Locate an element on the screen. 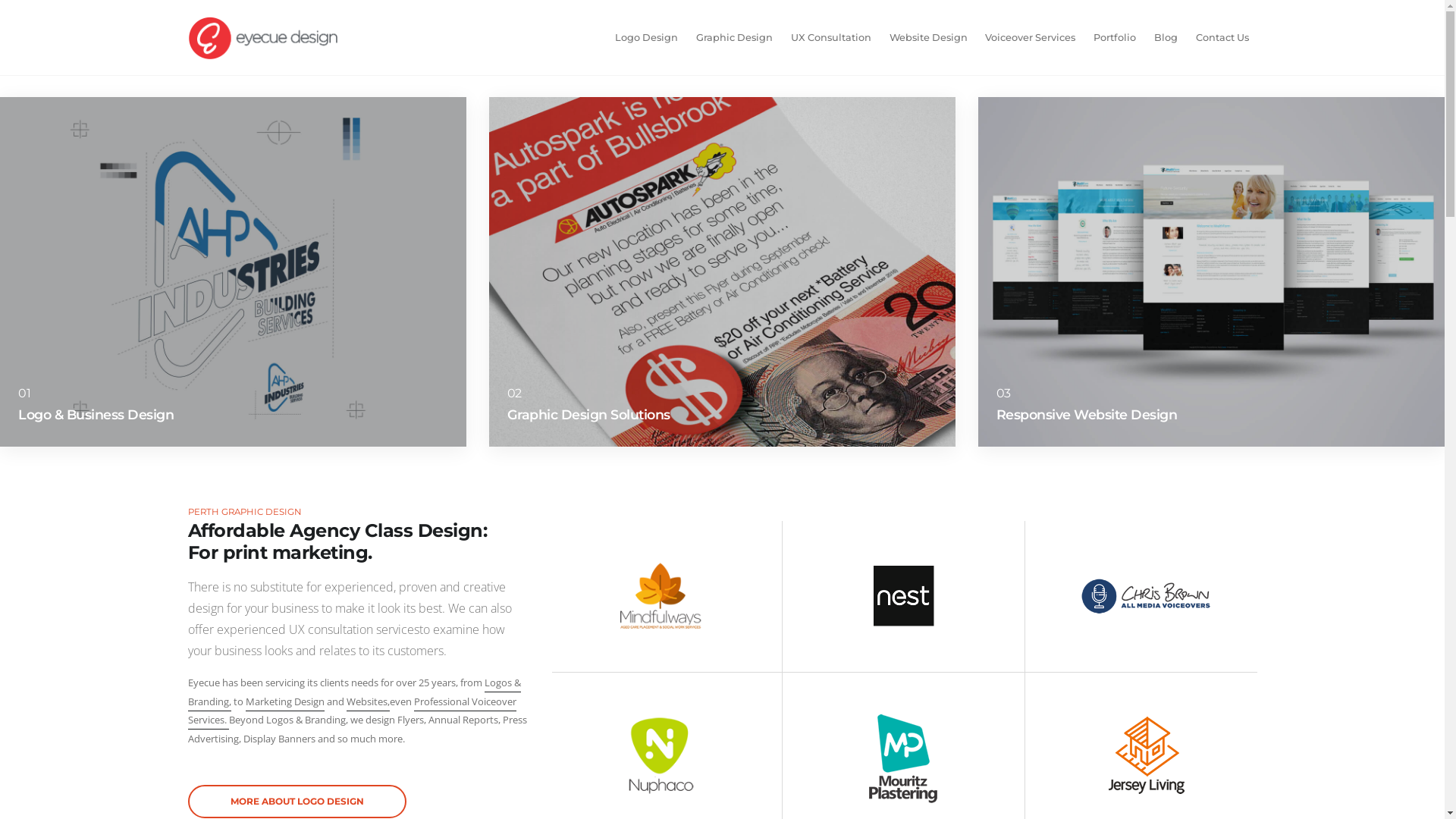  'UX Consultation' is located at coordinates (830, 37).